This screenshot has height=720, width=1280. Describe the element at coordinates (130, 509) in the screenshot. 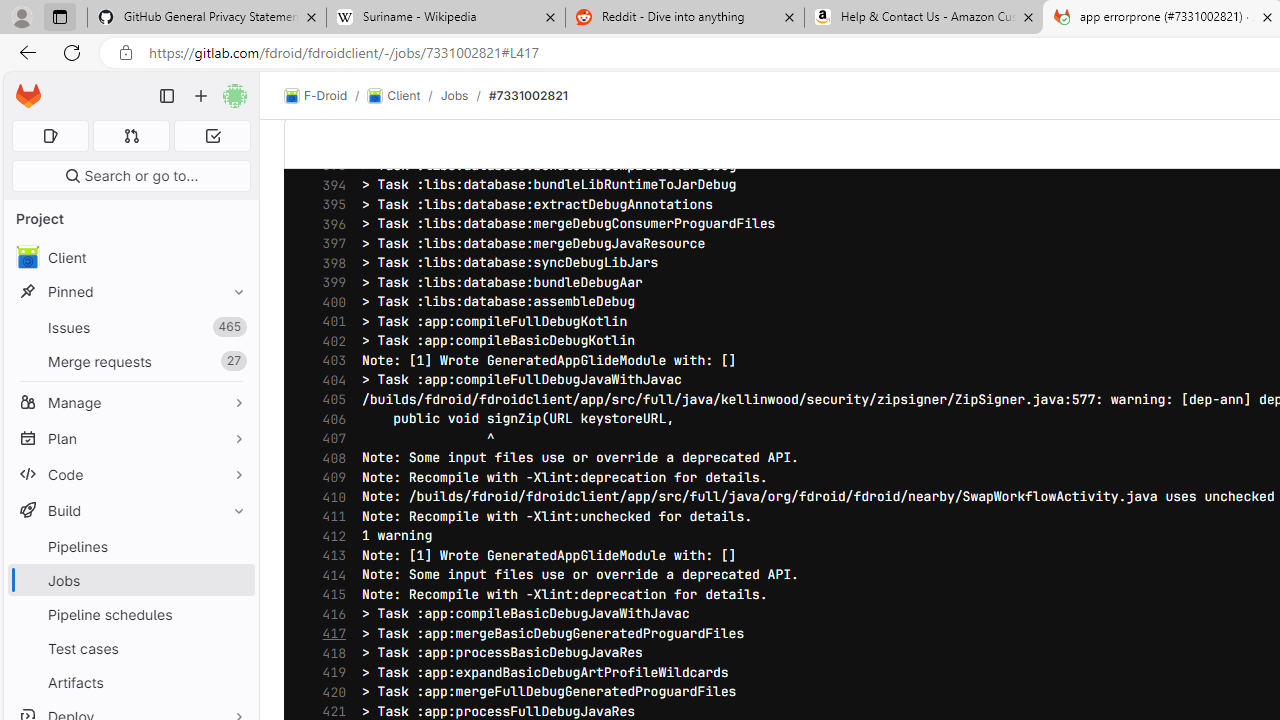

I see `'Build'` at that location.